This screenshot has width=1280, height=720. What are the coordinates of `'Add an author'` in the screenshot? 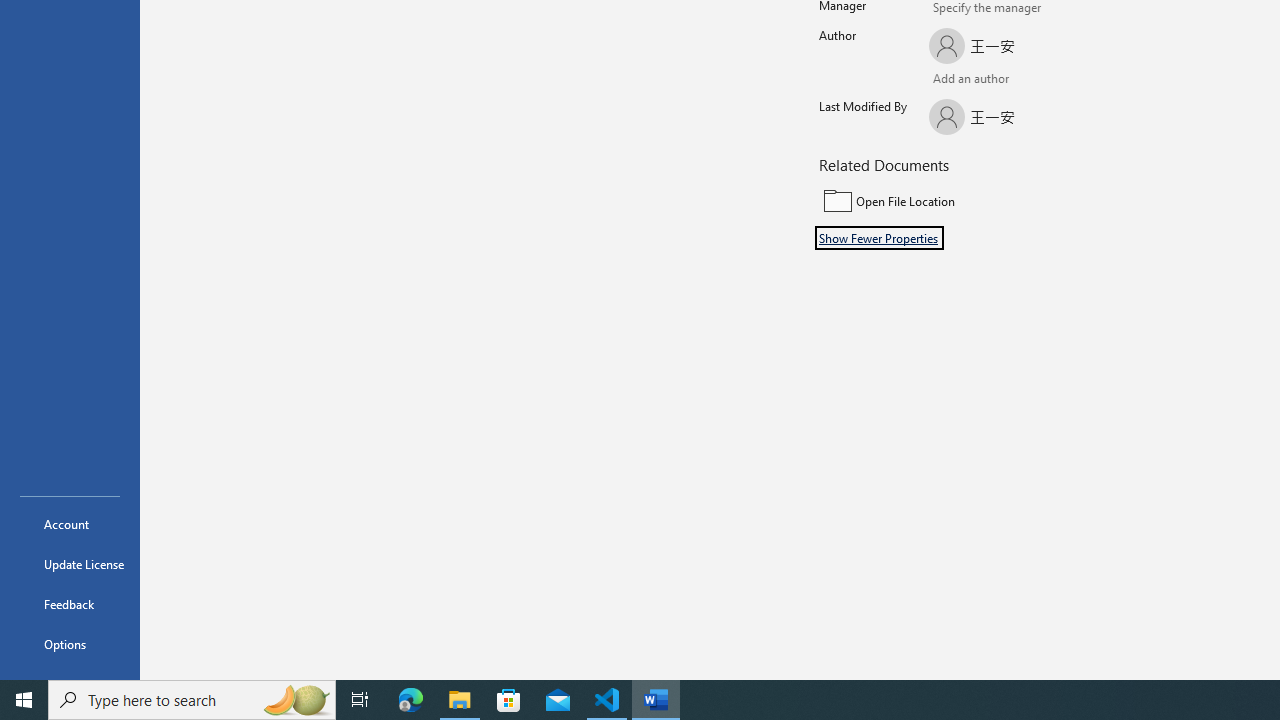 It's located at (948, 80).